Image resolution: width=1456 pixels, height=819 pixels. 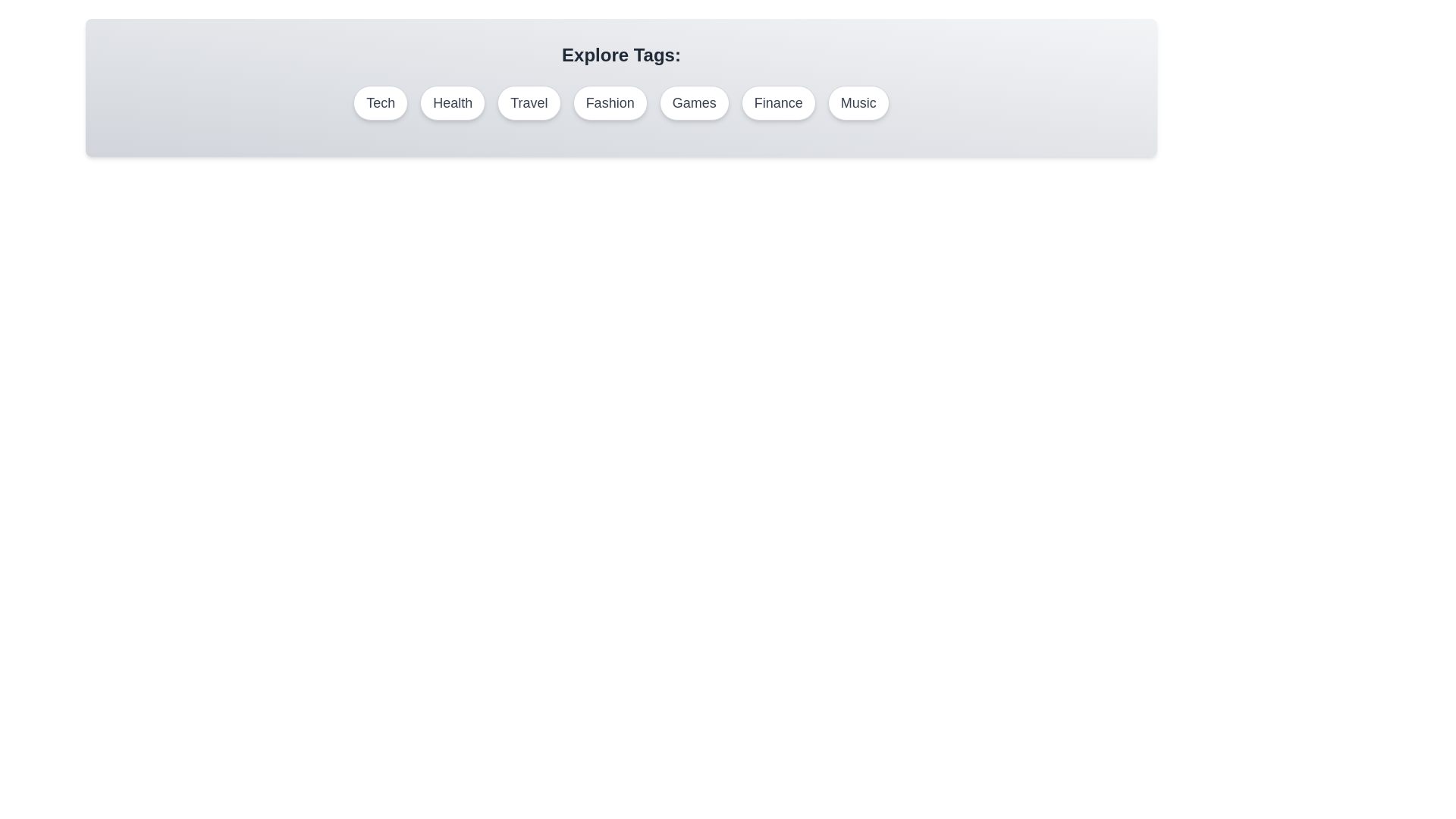 I want to click on the tag labeled Health to select it, so click(x=451, y=102).